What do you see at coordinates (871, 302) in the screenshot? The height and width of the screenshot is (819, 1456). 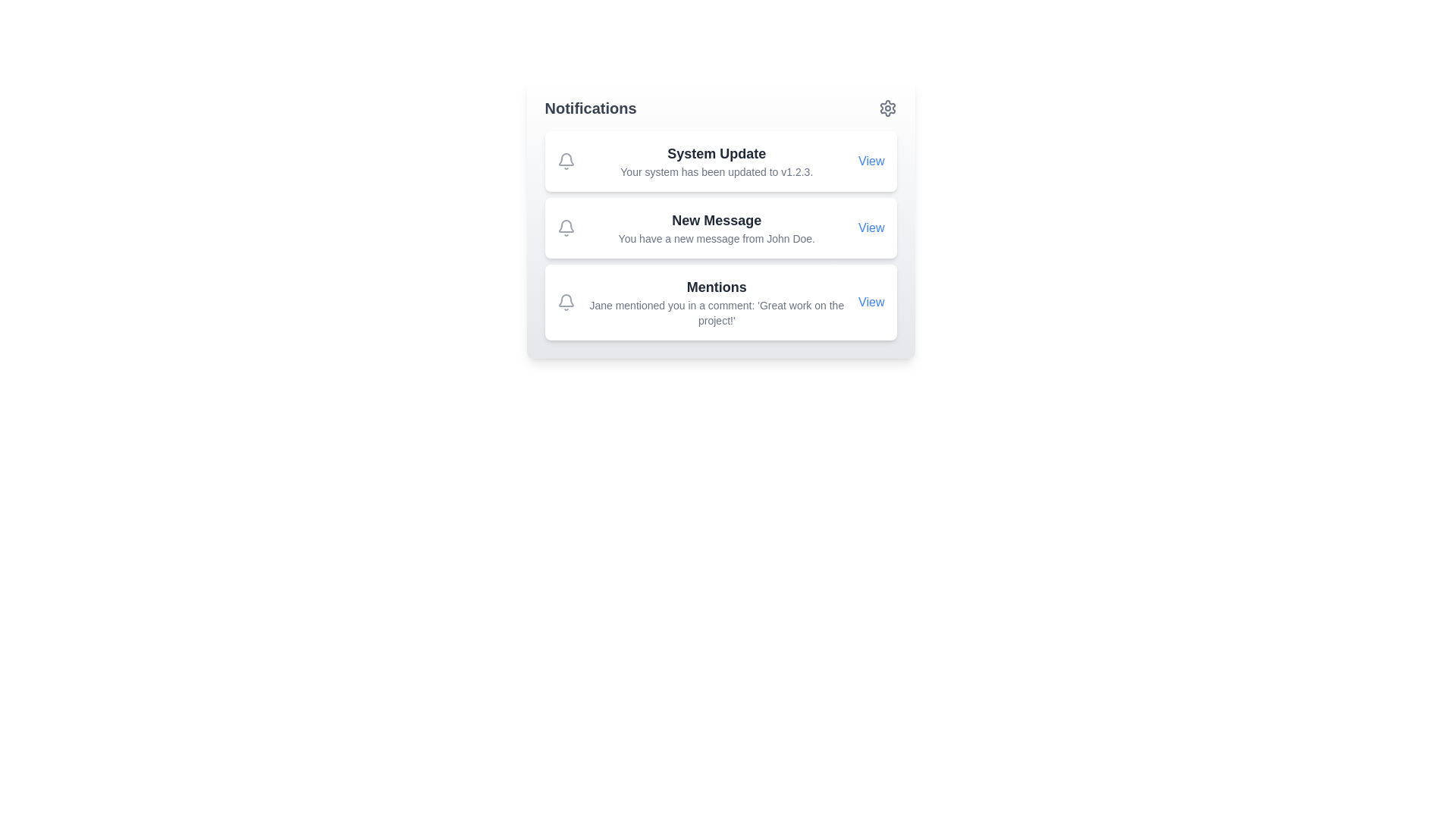 I see `'View' button for the notification titled 'Mentions'` at bounding box center [871, 302].